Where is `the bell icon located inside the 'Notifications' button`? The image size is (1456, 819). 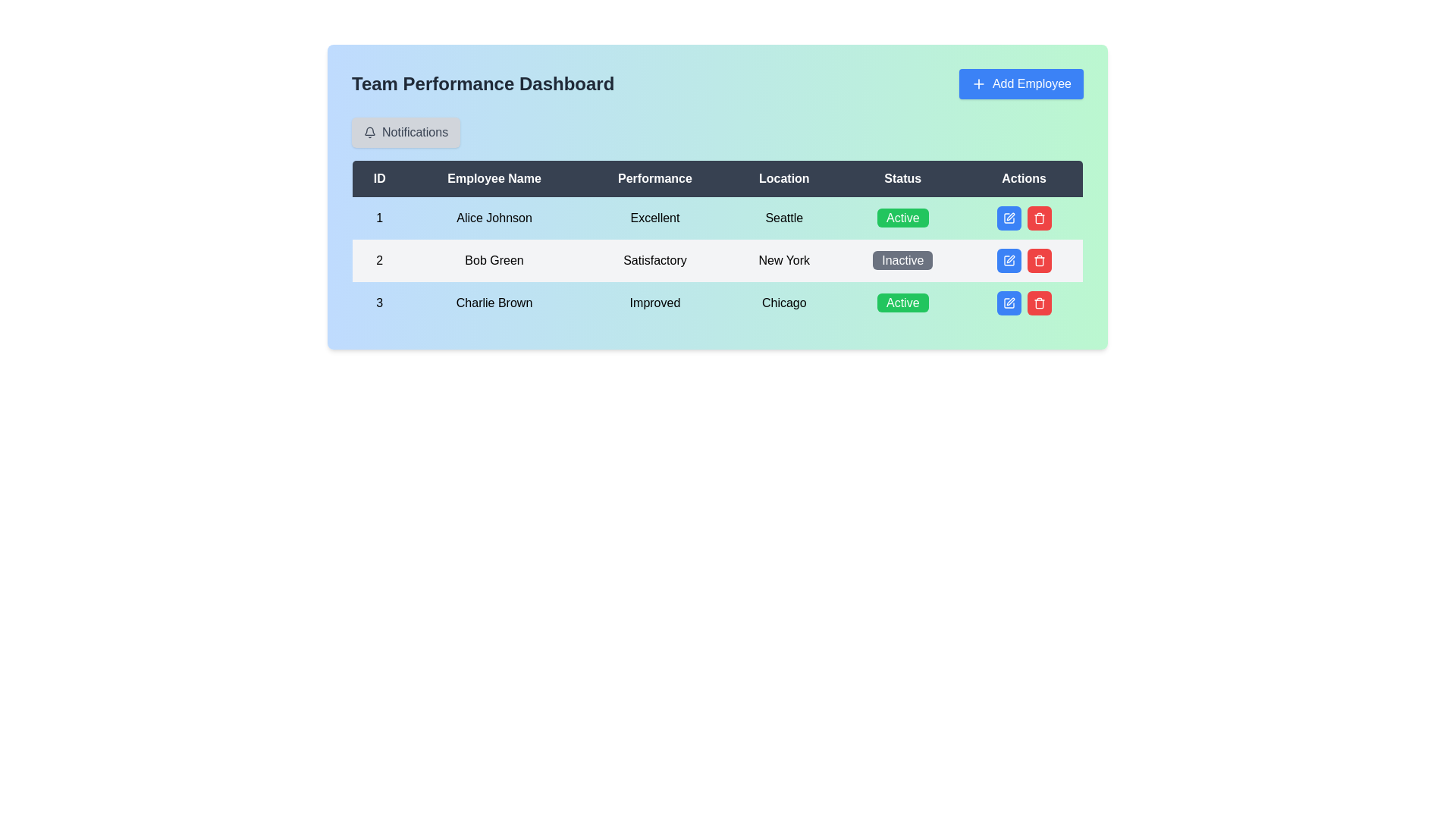 the bell icon located inside the 'Notifications' button is located at coordinates (370, 131).